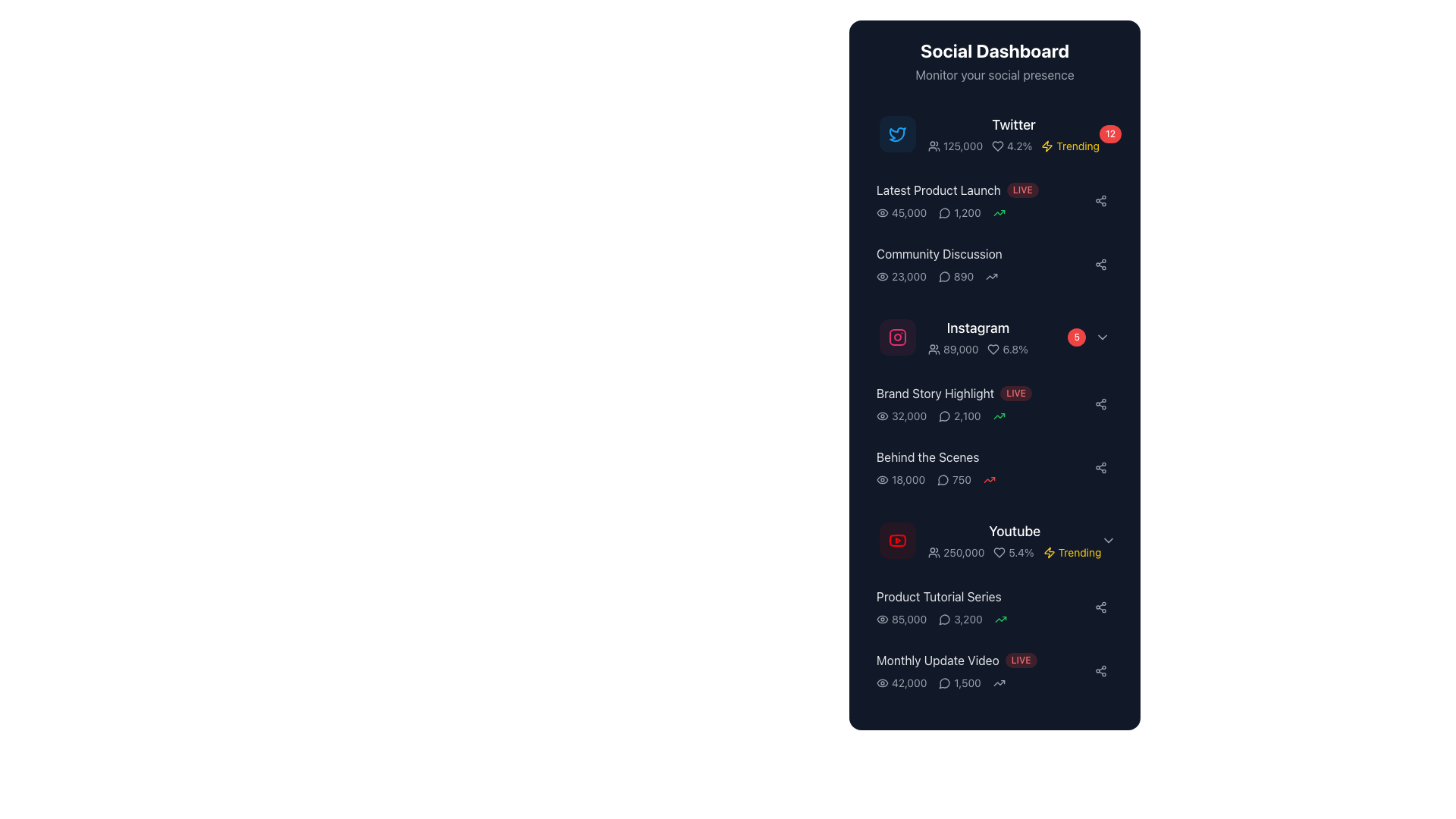  What do you see at coordinates (1103, 336) in the screenshot?
I see `the chevron arrow icon located to the right of the red badge showing the number '5', which is aligned with the 'Instagram' section in the dashboard` at bounding box center [1103, 336].